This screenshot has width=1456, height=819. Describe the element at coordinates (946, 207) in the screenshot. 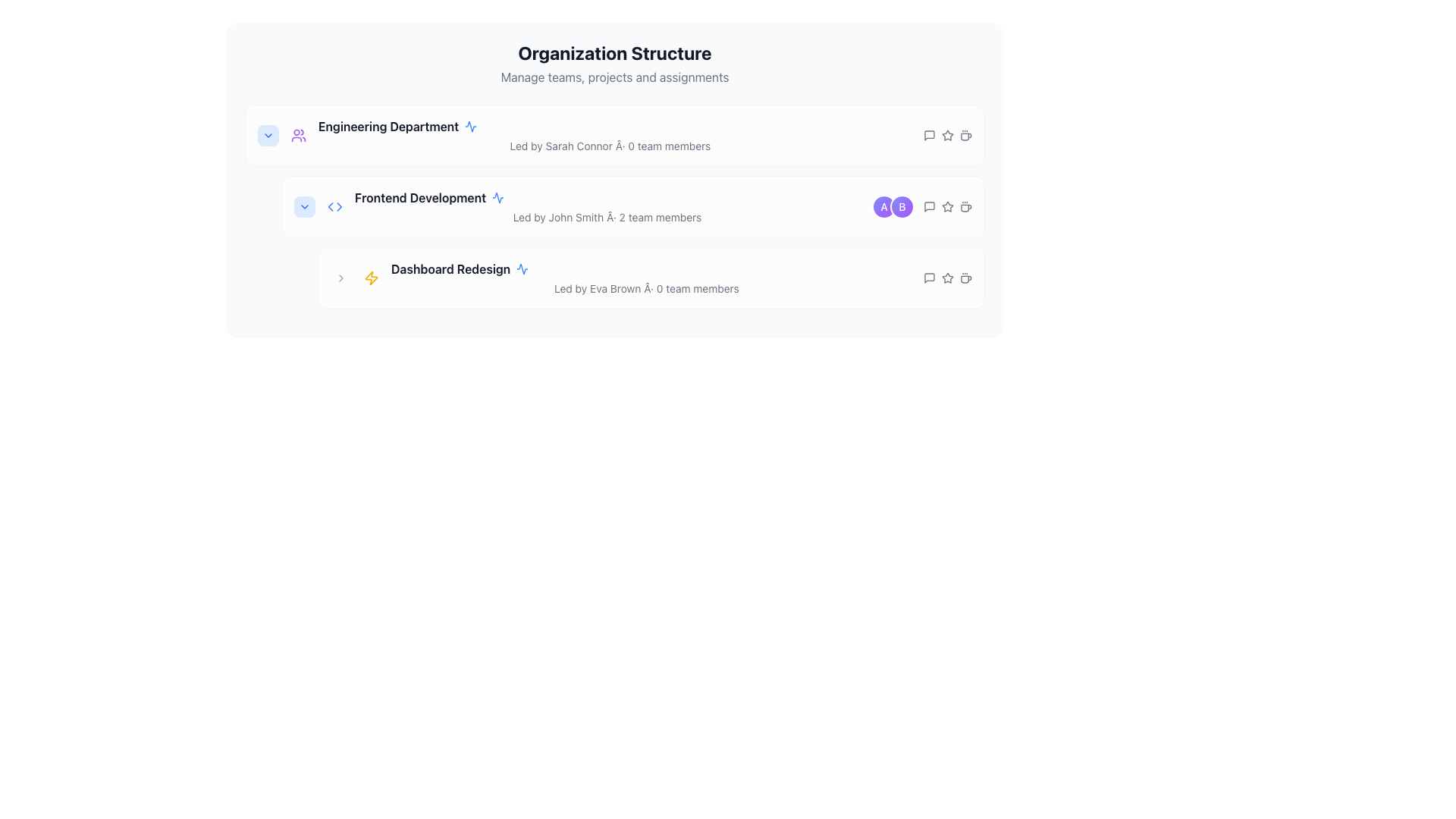

I see `the star icon, which is the third item` at that location.